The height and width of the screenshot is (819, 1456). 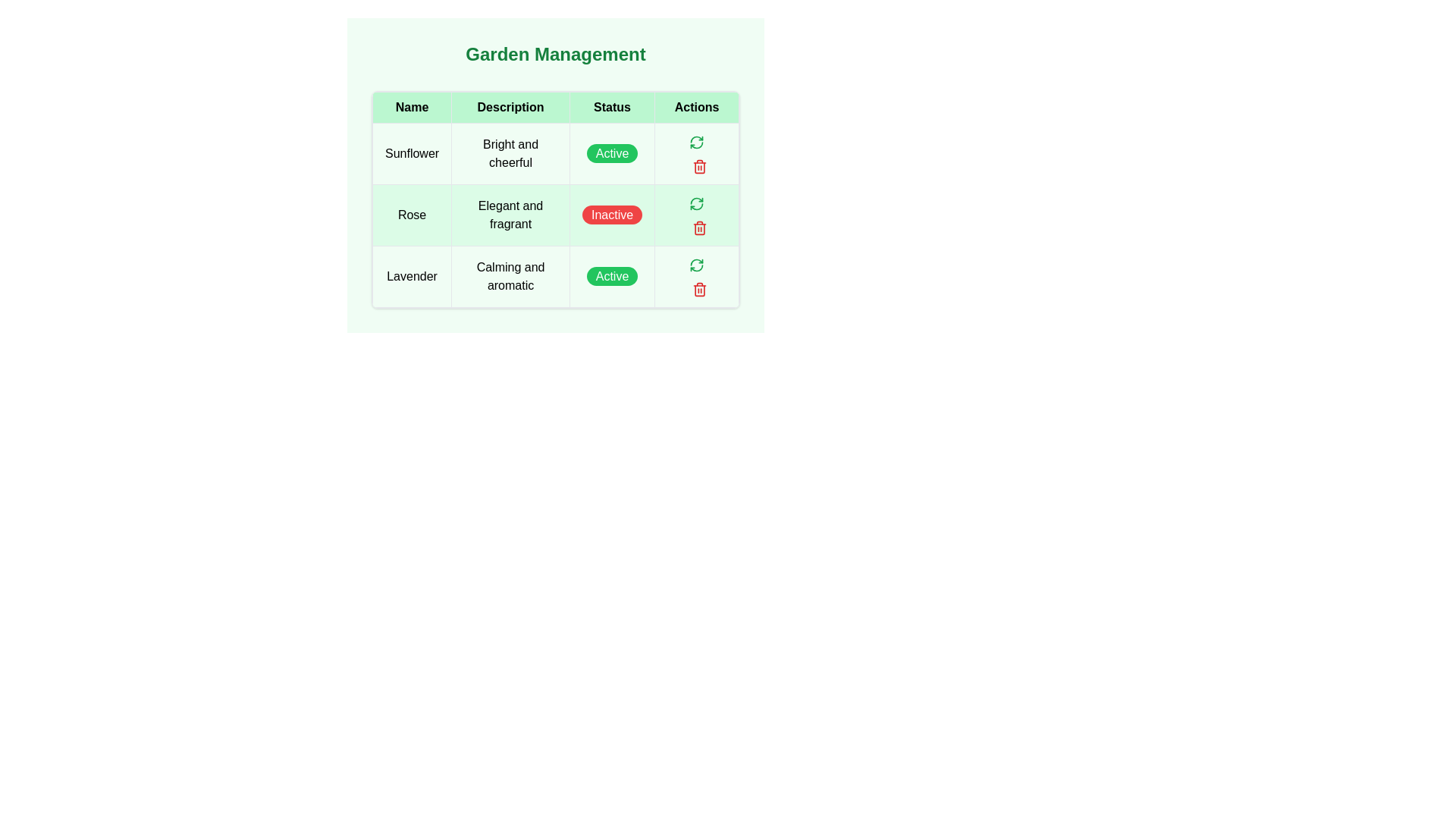 I want to click on the 'Active' badge in the 'Status' column of the table for the 'Sunflower' row, so click(x=612, y=153).